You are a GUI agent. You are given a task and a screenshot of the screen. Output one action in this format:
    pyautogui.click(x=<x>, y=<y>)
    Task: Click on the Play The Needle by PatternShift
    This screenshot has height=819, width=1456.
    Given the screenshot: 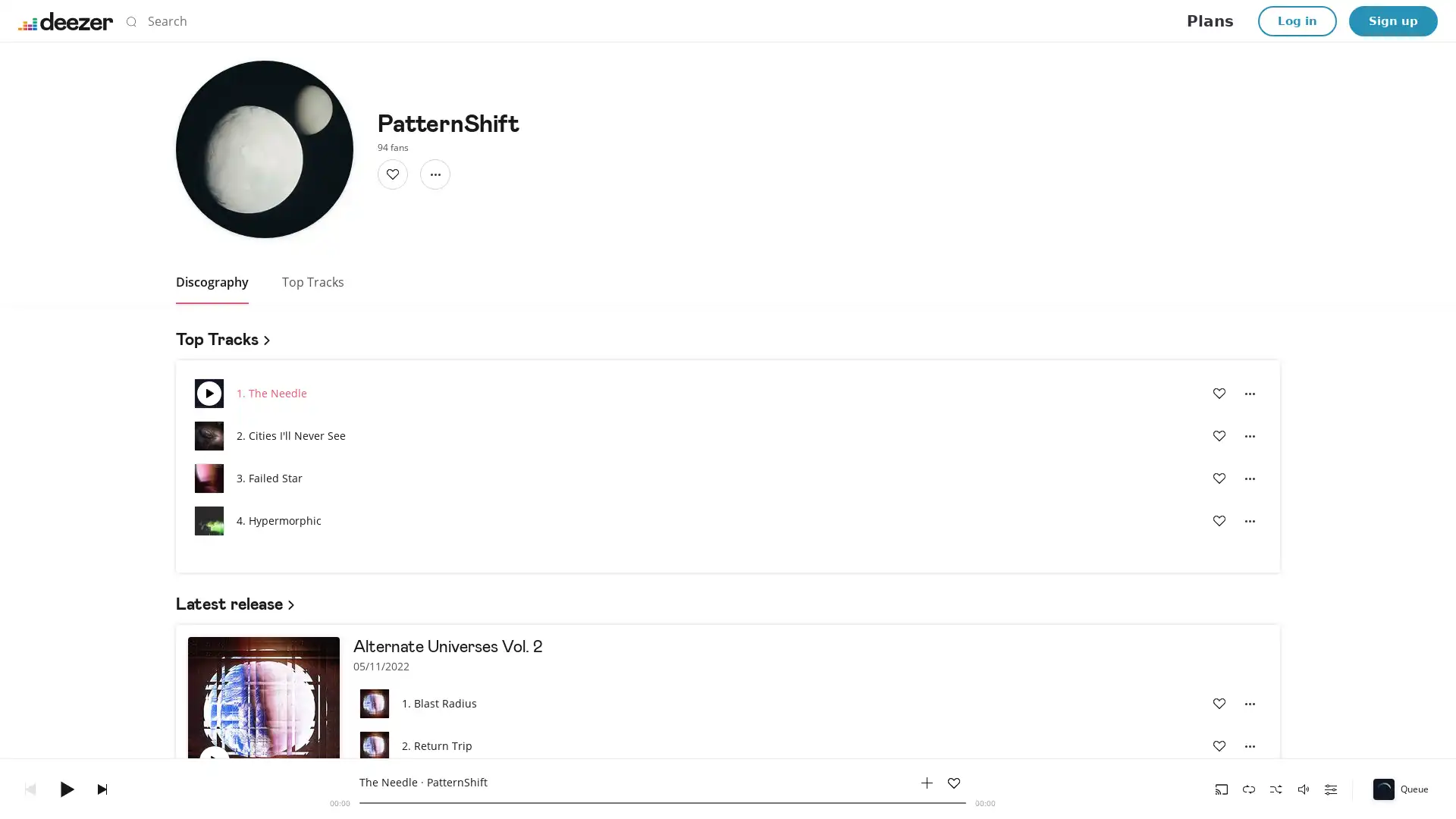 What is the action you would take?
    pyautogui.click(x=208, y=393)
    